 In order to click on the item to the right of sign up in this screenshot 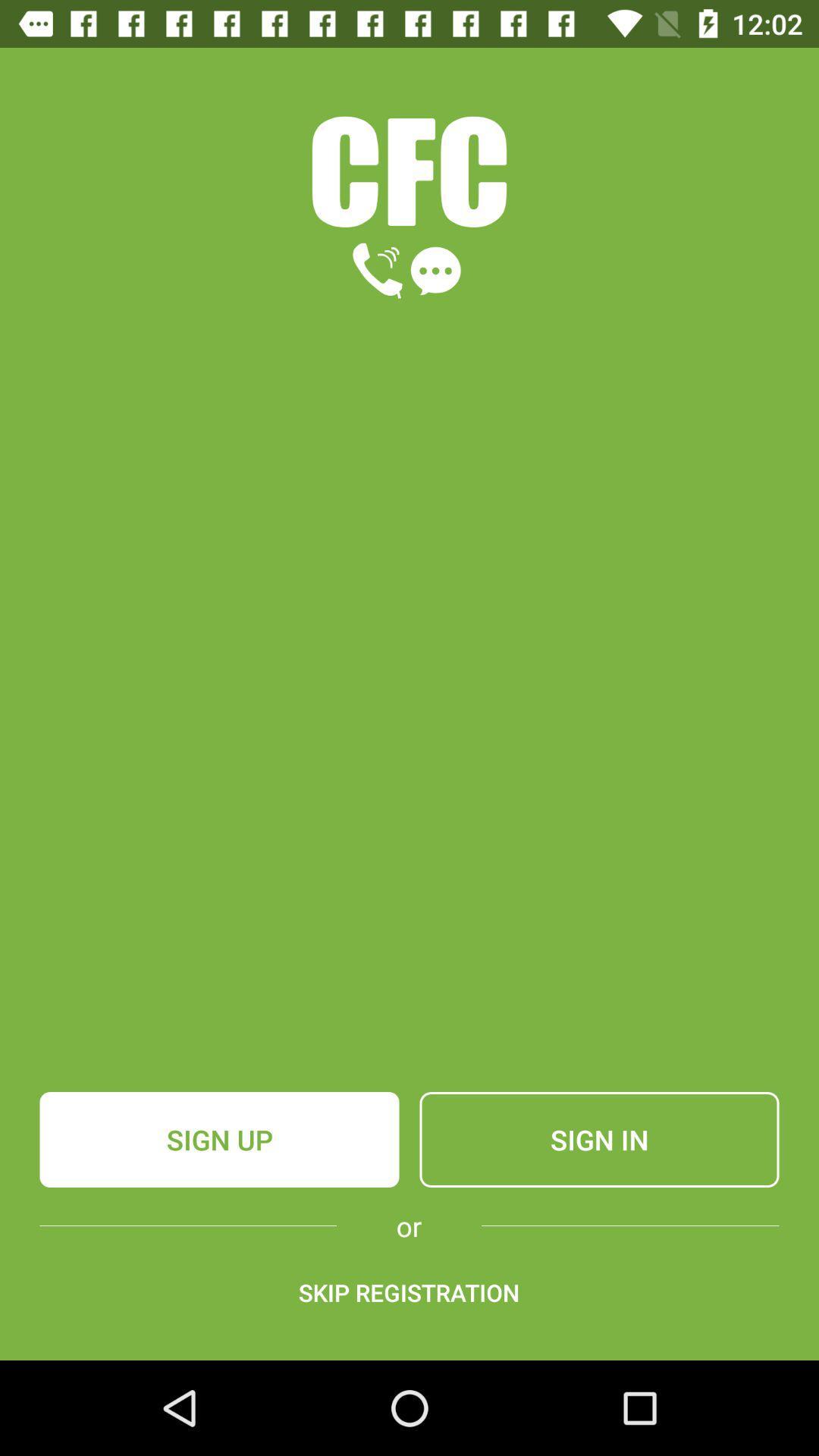, I will do `click(598, 1139)`.